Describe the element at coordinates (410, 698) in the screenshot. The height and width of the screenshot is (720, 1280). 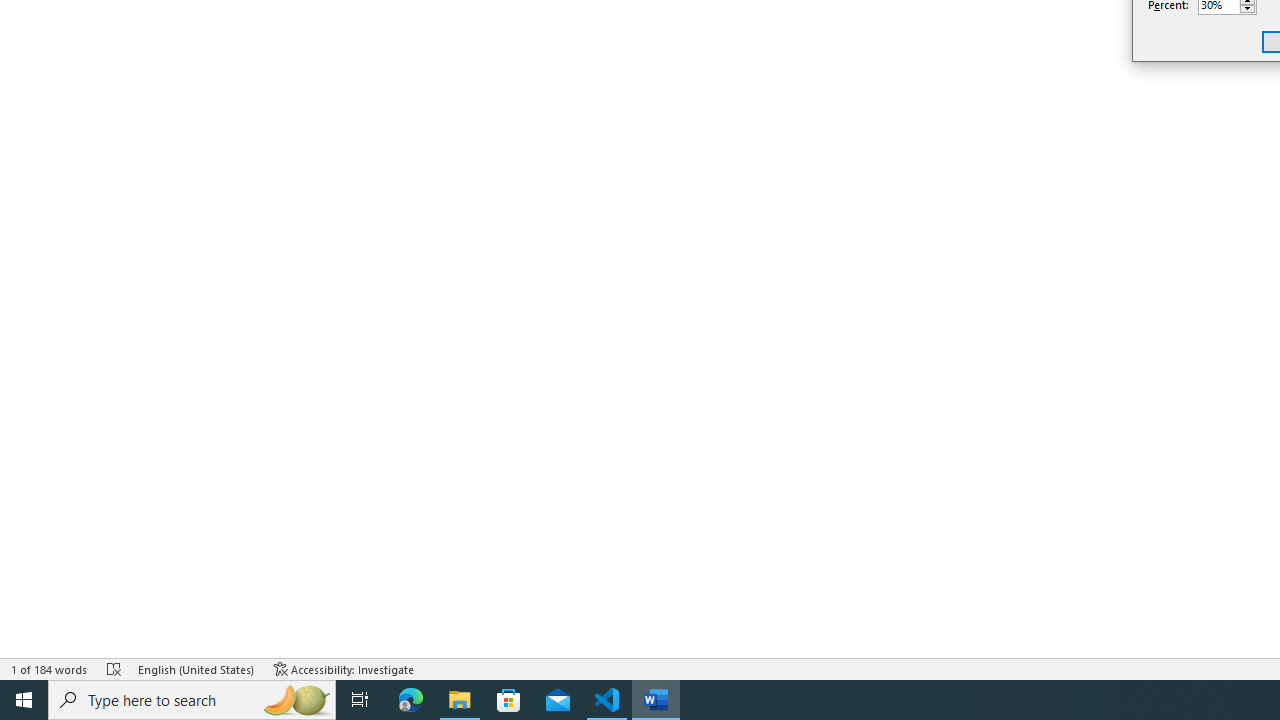
I see `'Microsoft Edge'` at that location.